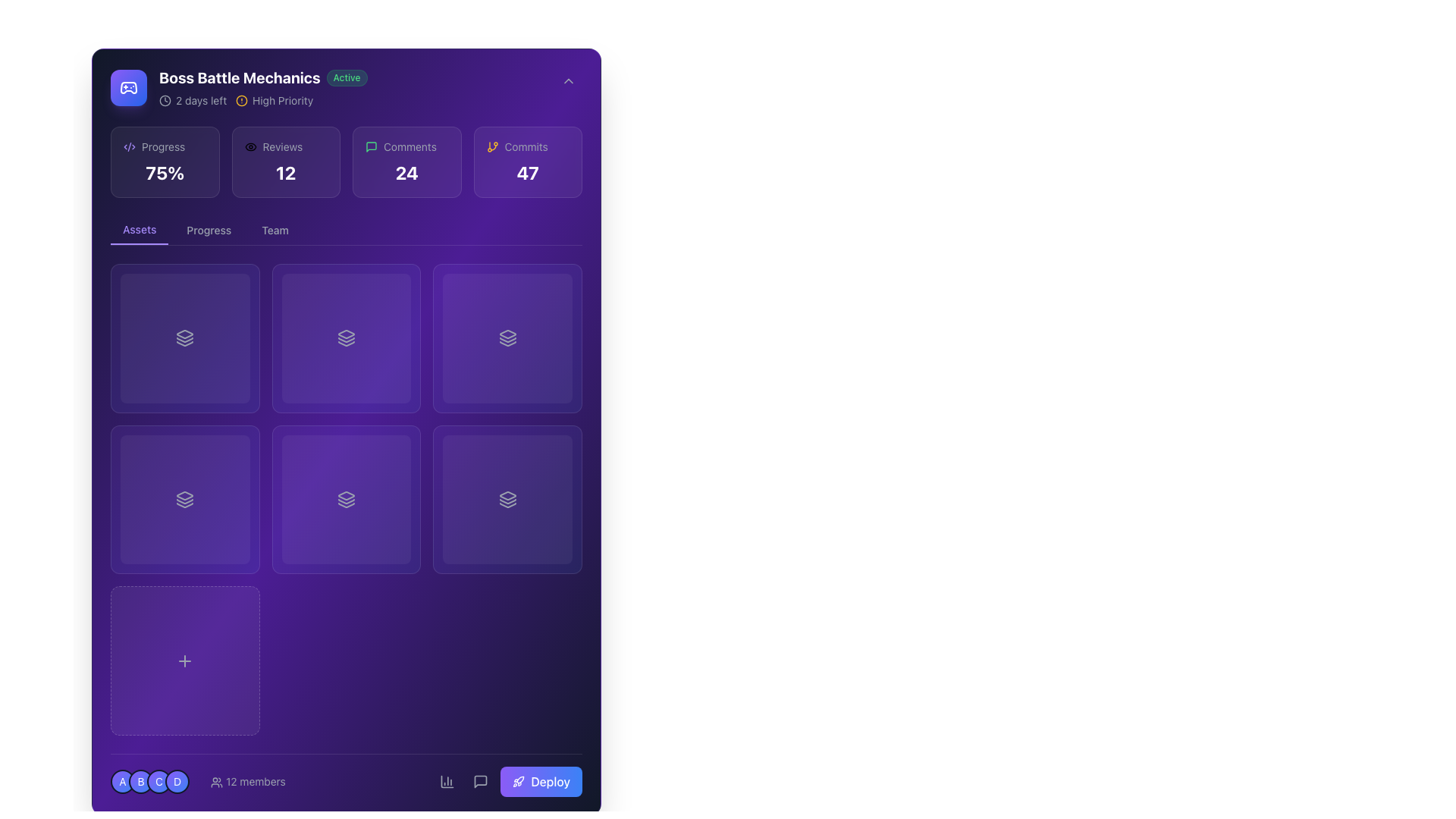  What do you see at coordinates (406, 171) in the screenshot?
I see `the bold, large-sized static text displaying the number '24' in white color, which is located in the 'Comments' card on the upper interface area` at bounding box center [406, 171].